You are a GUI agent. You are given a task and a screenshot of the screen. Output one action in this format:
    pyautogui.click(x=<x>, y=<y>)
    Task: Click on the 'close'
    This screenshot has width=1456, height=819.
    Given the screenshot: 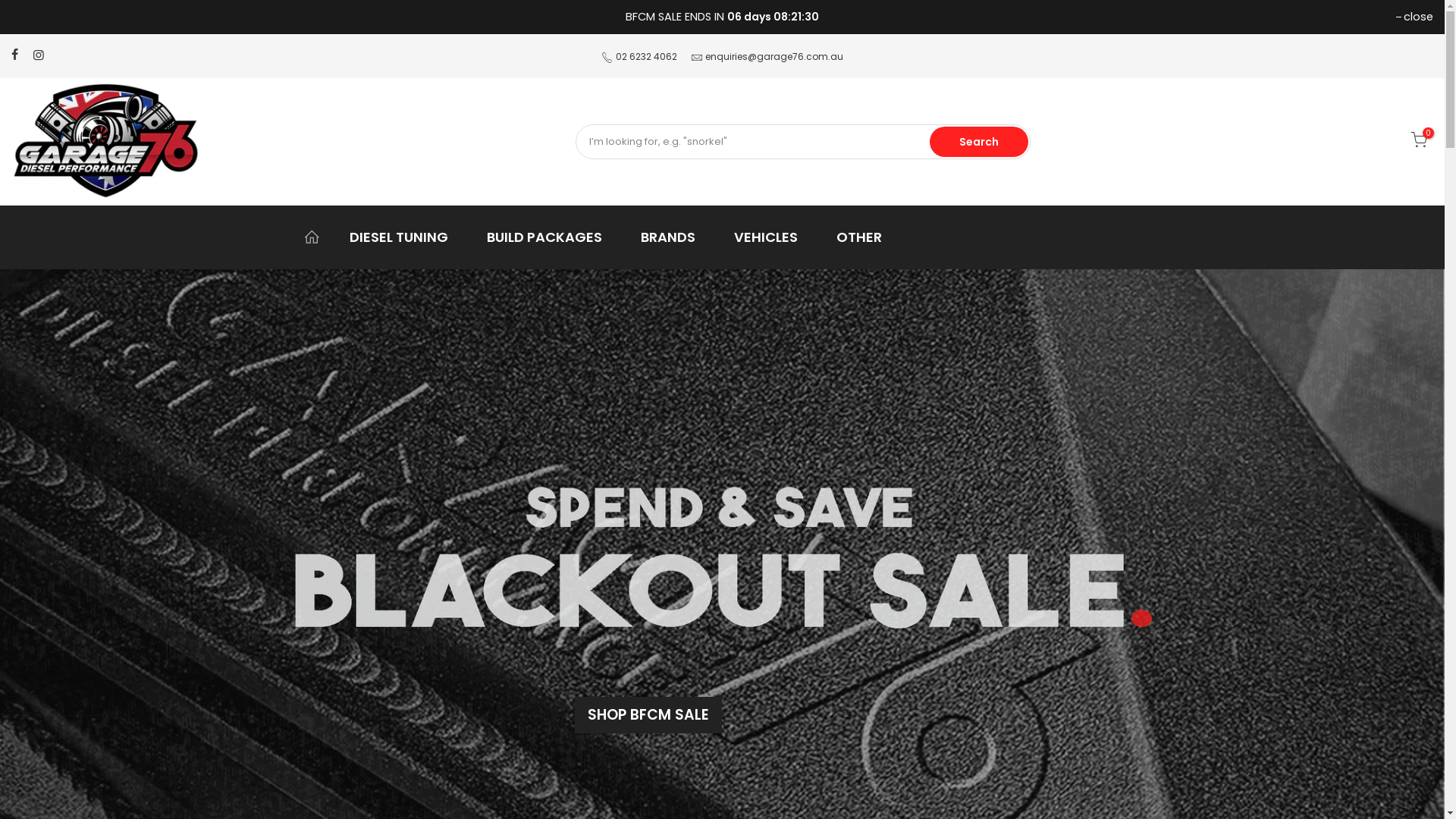 What is the action you would take?
    pyautogui.click(x=1414, y=17)
    